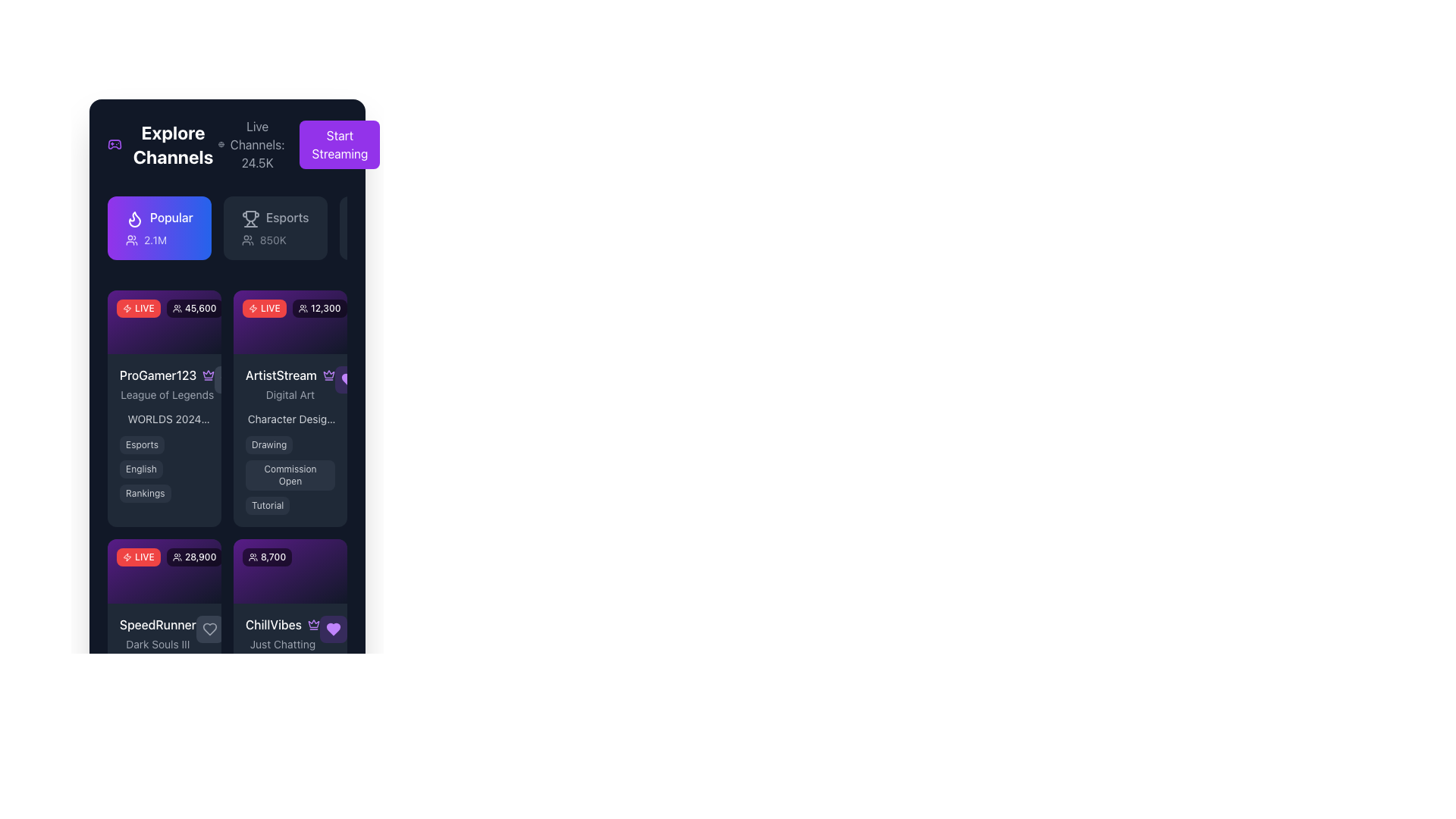  I want to click on the lower-left item in the second row of the vertical list, which is associated with 'SpeedRunner' and 'Dark Souls III', so click(164, 632).